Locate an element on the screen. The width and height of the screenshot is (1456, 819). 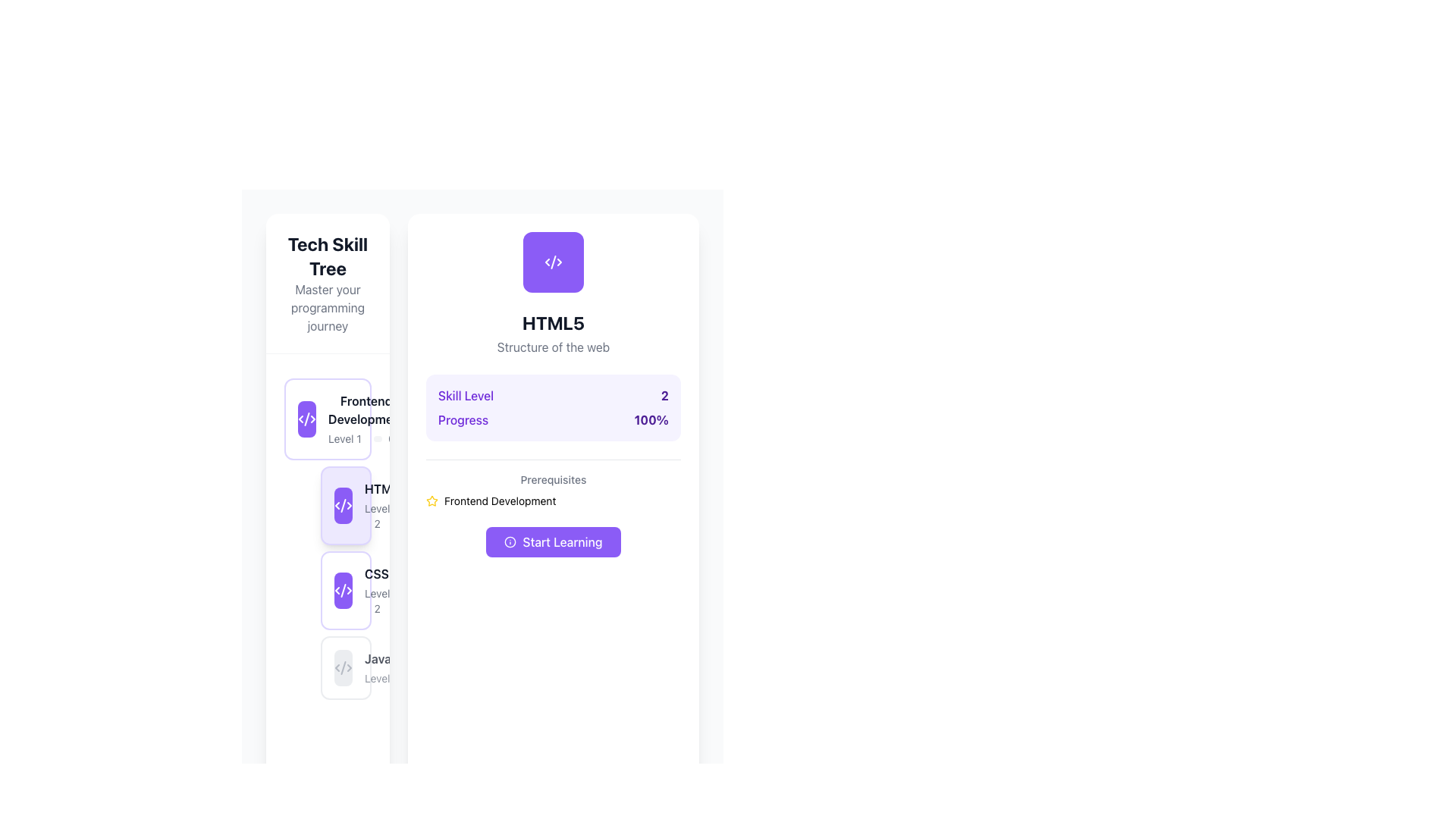
the icon representing 'CSS Level 2' skill in the third card of the vertical skill level list on the left sidebar is located at coordinates (342, 590).